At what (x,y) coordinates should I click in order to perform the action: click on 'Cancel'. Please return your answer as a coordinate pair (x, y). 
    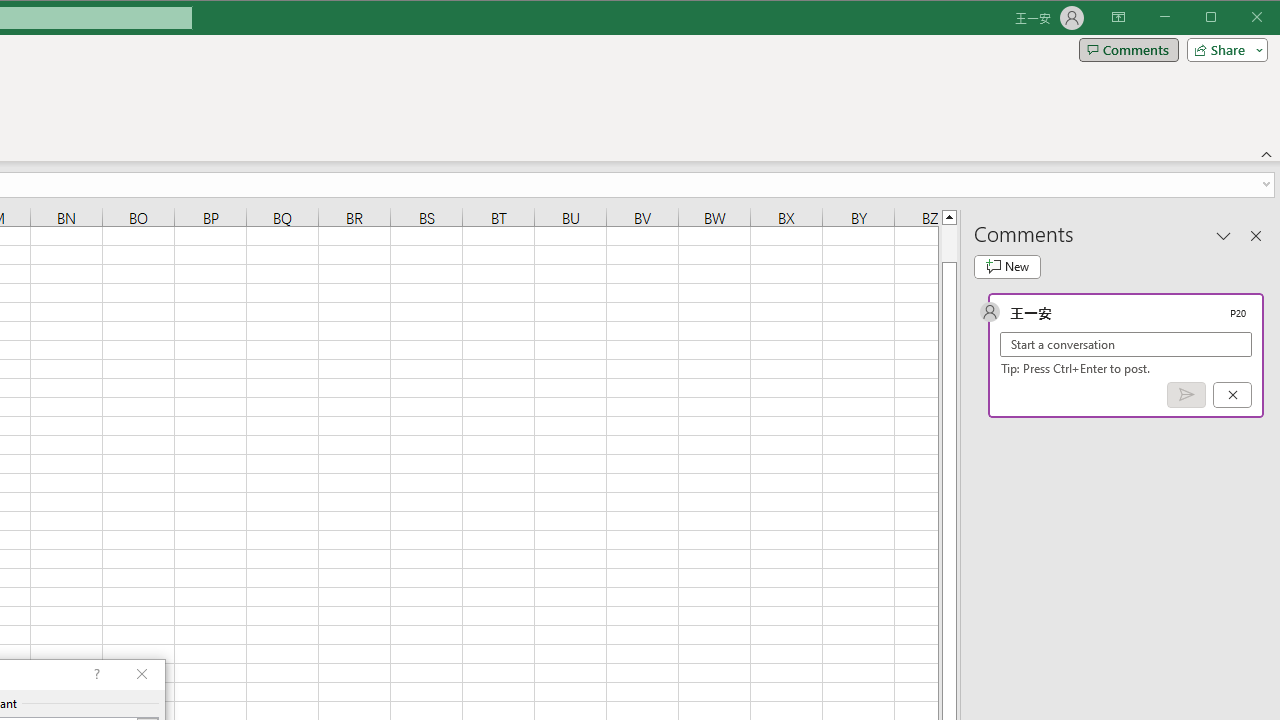
    Looking at the image, I should click on (1231, 395).